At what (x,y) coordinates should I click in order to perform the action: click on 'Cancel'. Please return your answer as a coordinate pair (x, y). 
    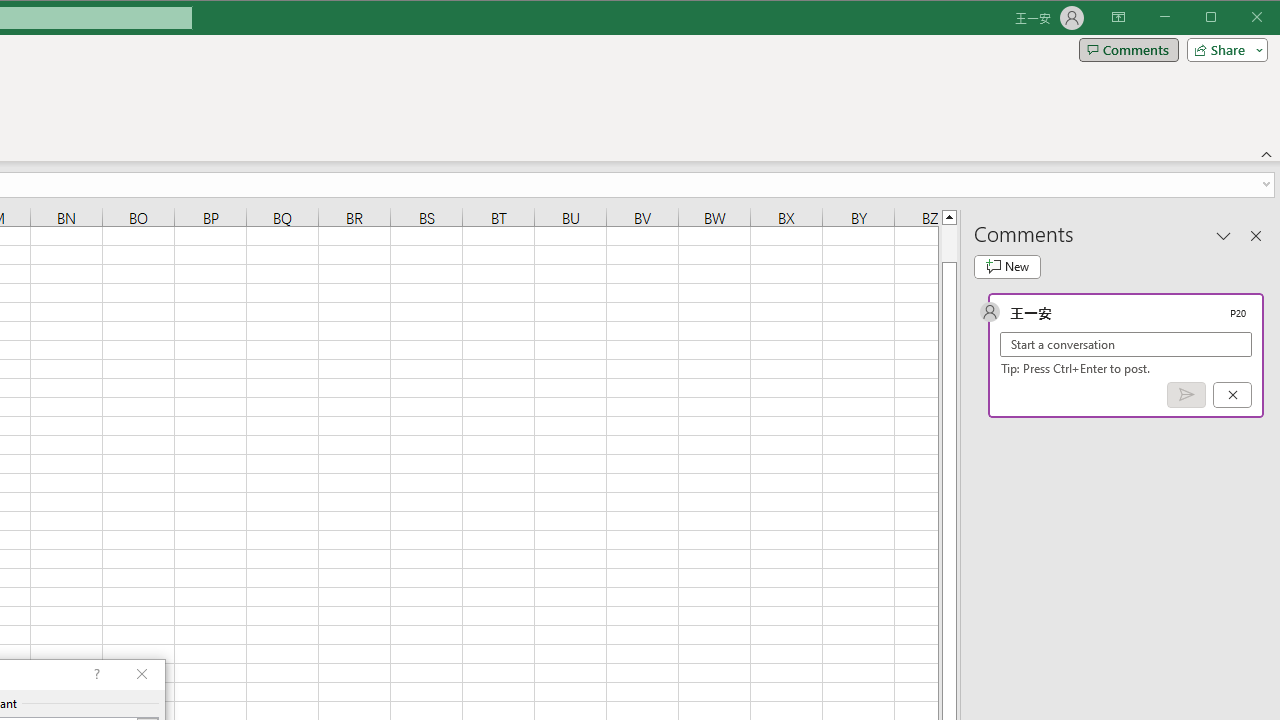
    Looking at the image, I should click on (1231, 395).